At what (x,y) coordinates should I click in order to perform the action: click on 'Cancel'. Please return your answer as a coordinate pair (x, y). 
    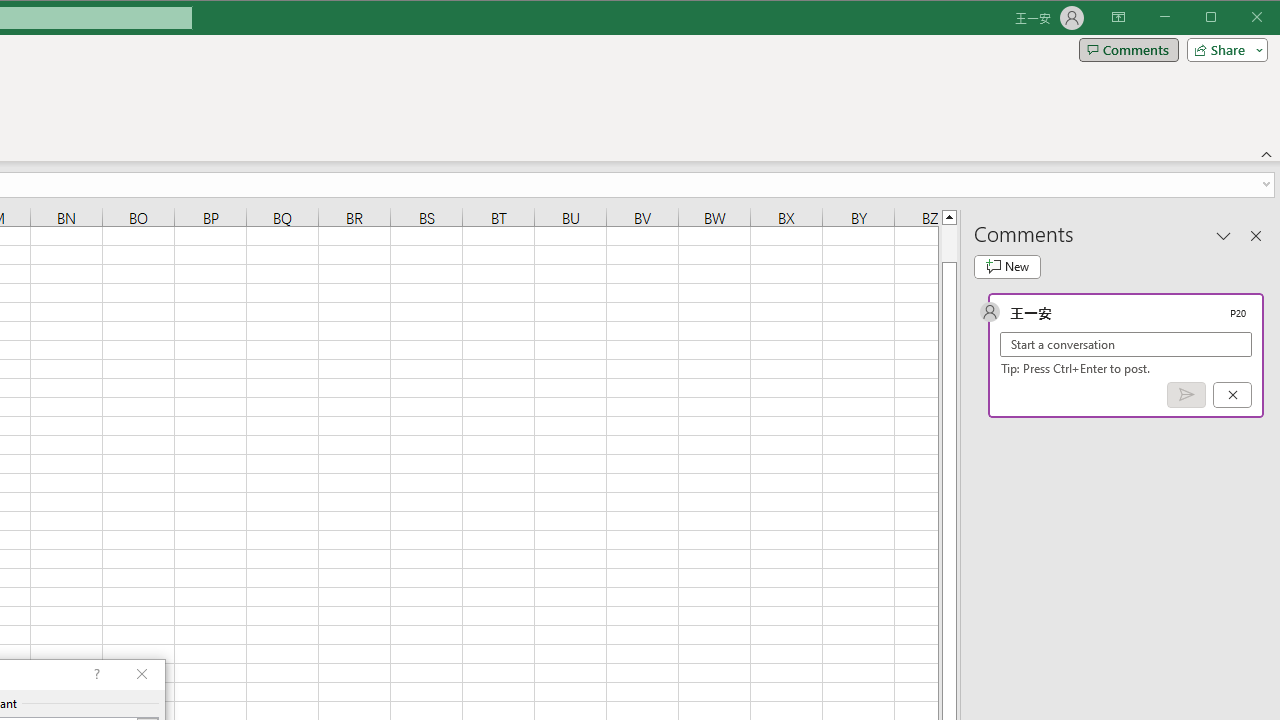
    Looking at the image, I should click on (1231, 395).